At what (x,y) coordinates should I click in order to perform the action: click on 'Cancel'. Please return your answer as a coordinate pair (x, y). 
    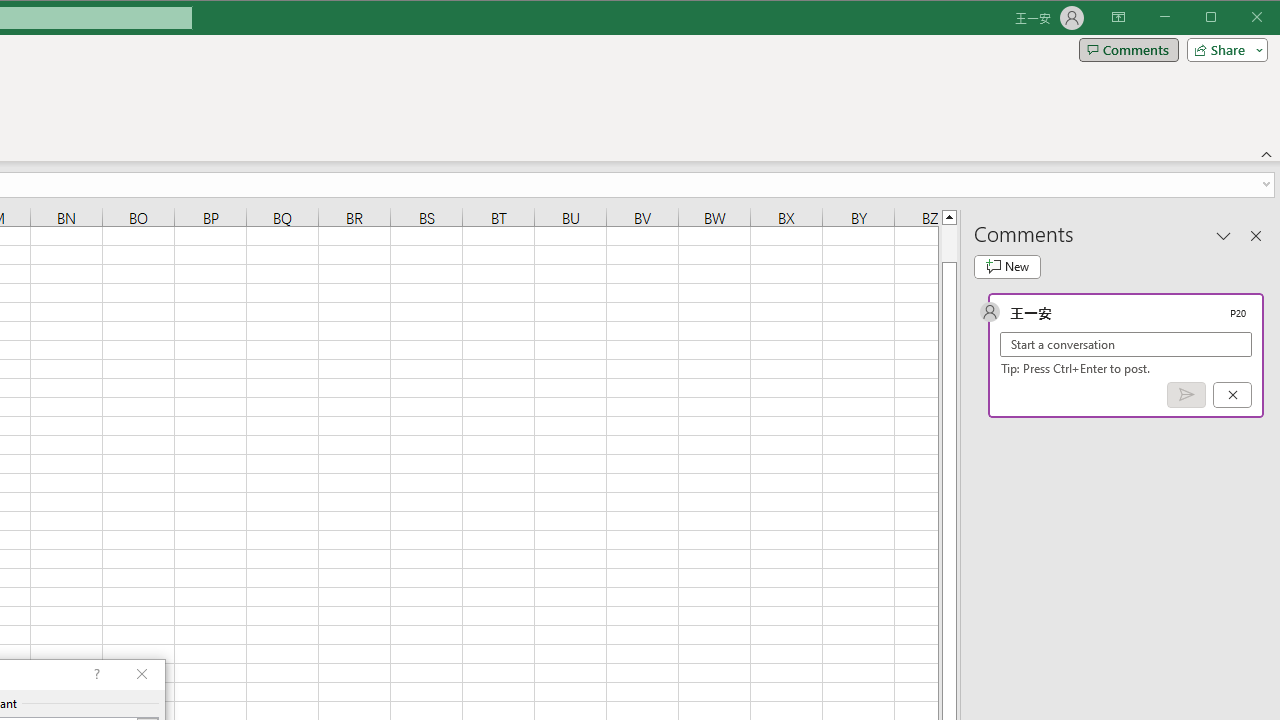
    Looking at the image, I should click on (1231, 395).